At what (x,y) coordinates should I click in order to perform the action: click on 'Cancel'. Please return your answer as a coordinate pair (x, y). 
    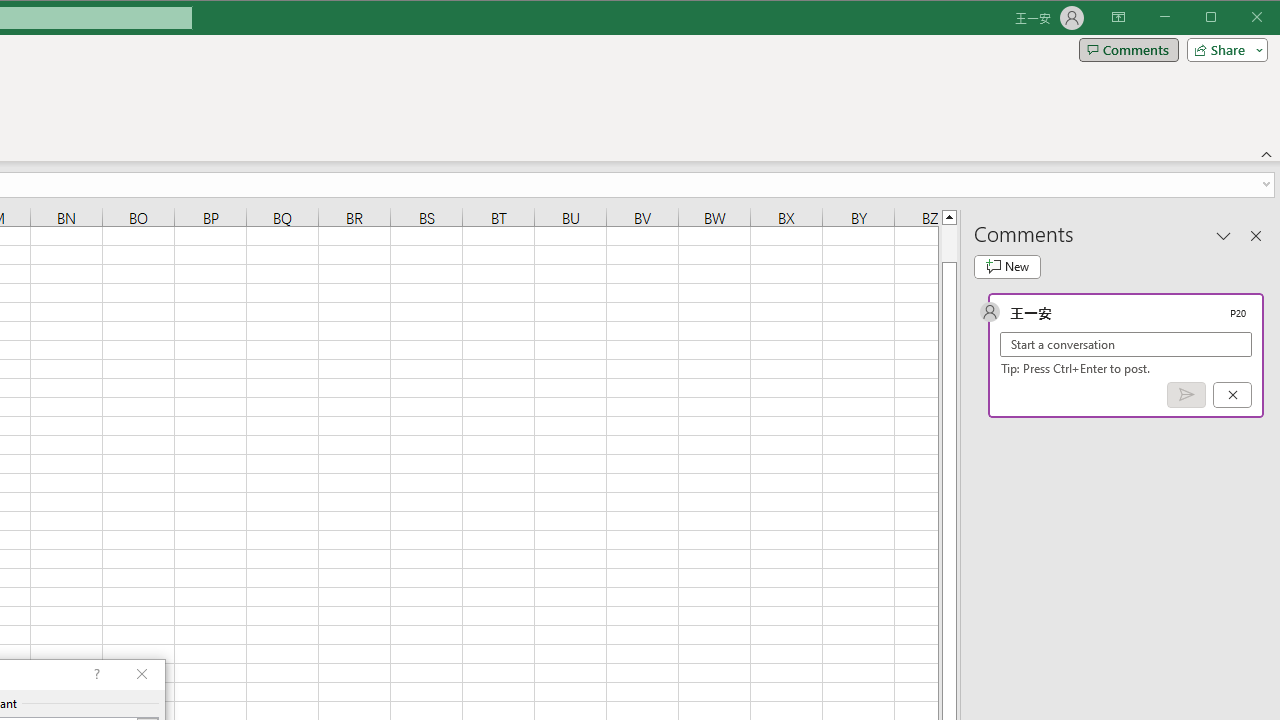
    Looking at the image, I should click on (1231, 395).